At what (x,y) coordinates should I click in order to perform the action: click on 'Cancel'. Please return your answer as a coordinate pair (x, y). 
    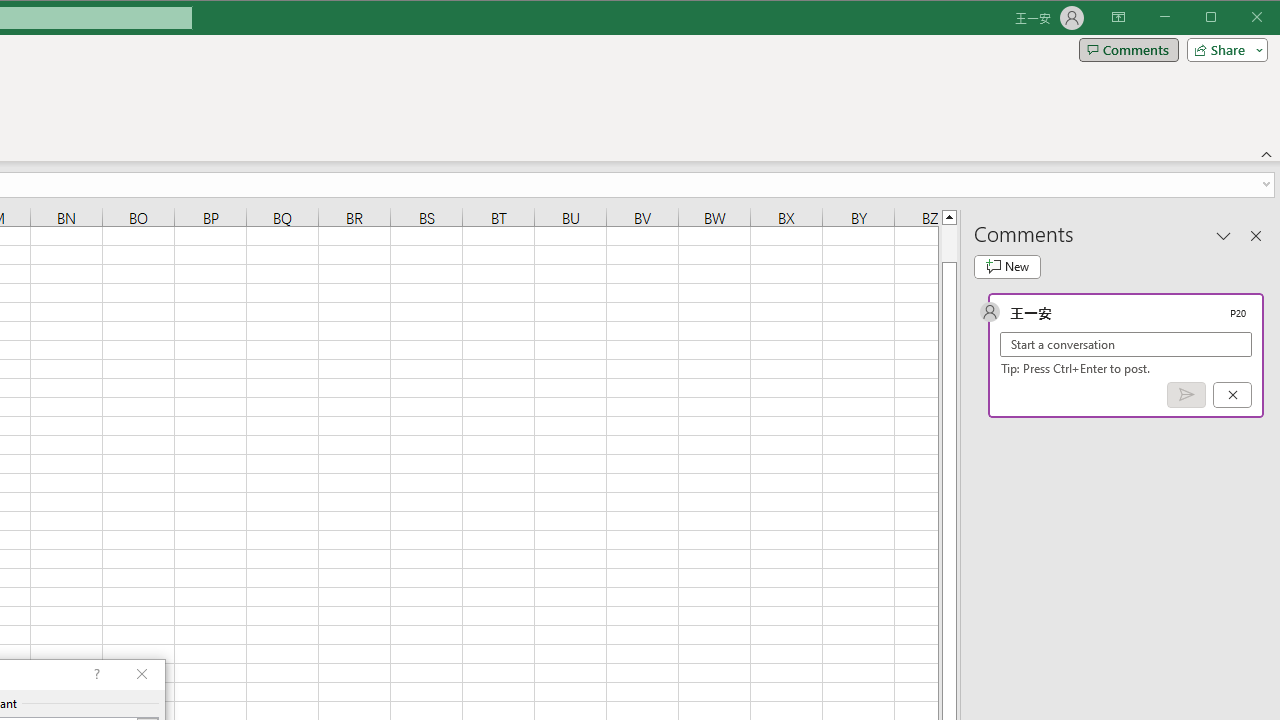
    Looking at the image, I should click on (1231, 395).